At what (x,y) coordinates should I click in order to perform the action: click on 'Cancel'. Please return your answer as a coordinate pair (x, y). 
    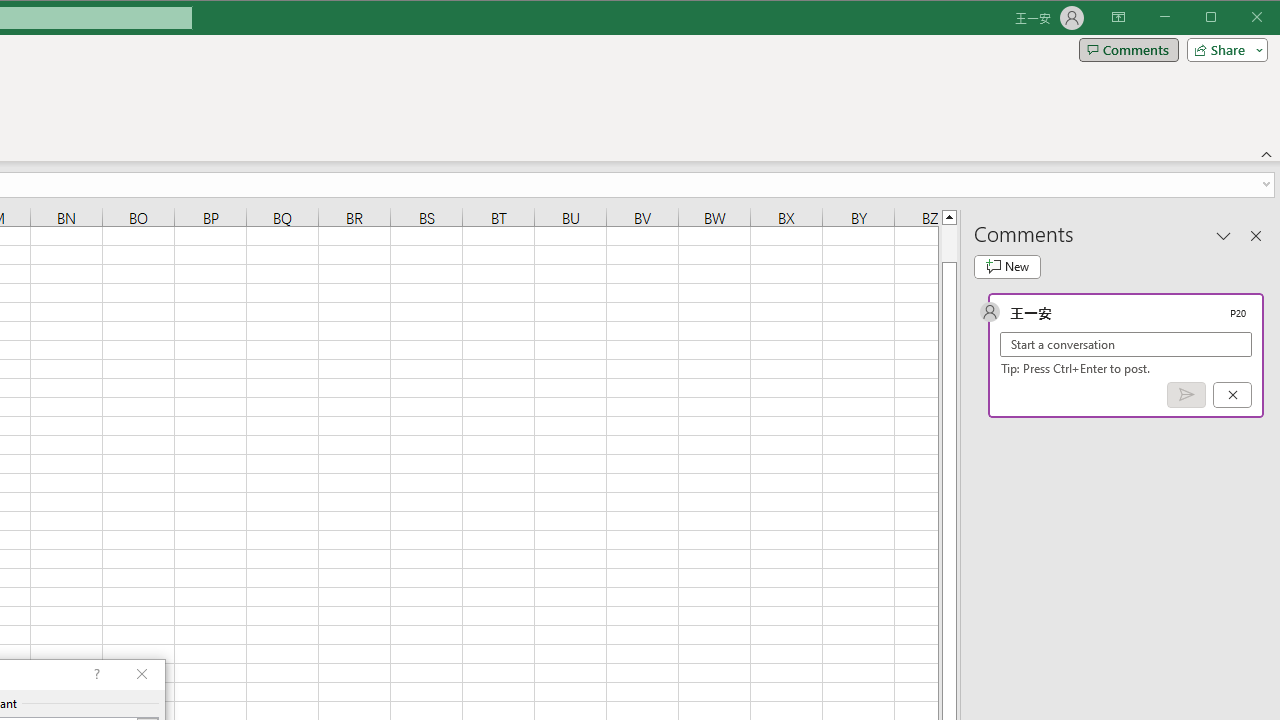
    Looking at the image, I should click on (1231, 395).